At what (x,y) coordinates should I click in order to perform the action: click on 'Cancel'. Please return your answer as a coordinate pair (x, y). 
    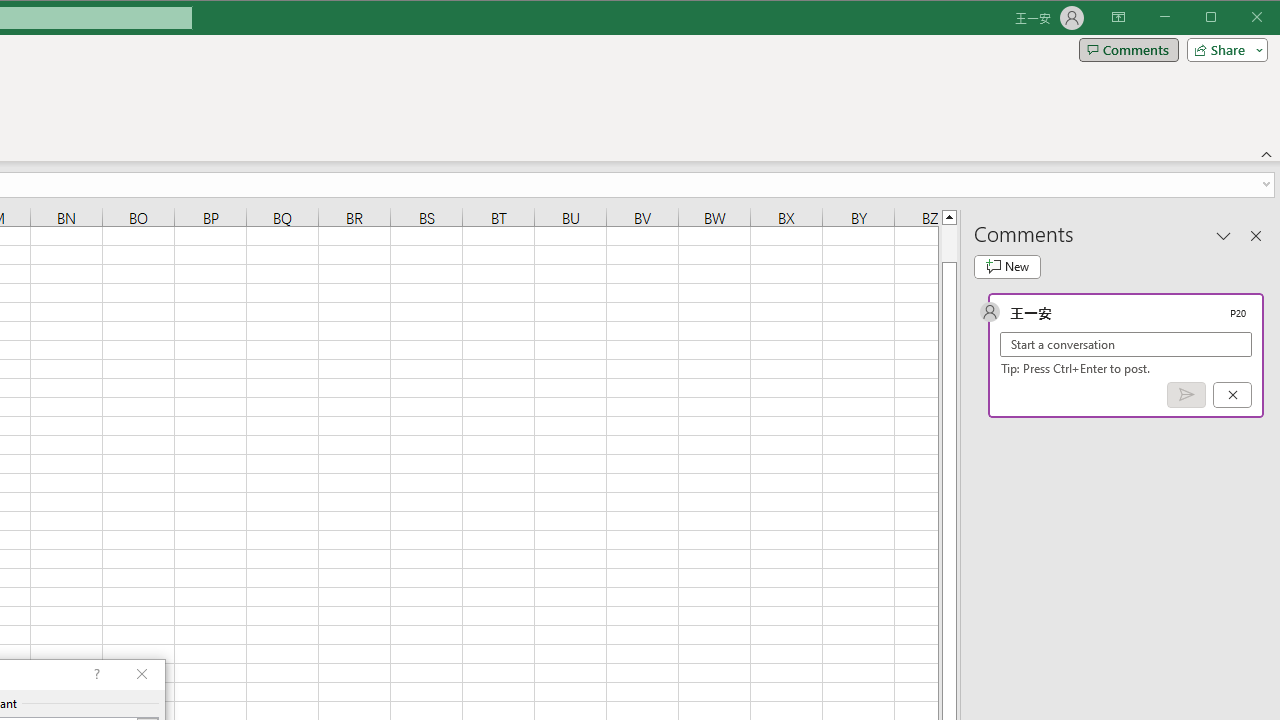
    Looking at the image, I should click on (1231, 395).